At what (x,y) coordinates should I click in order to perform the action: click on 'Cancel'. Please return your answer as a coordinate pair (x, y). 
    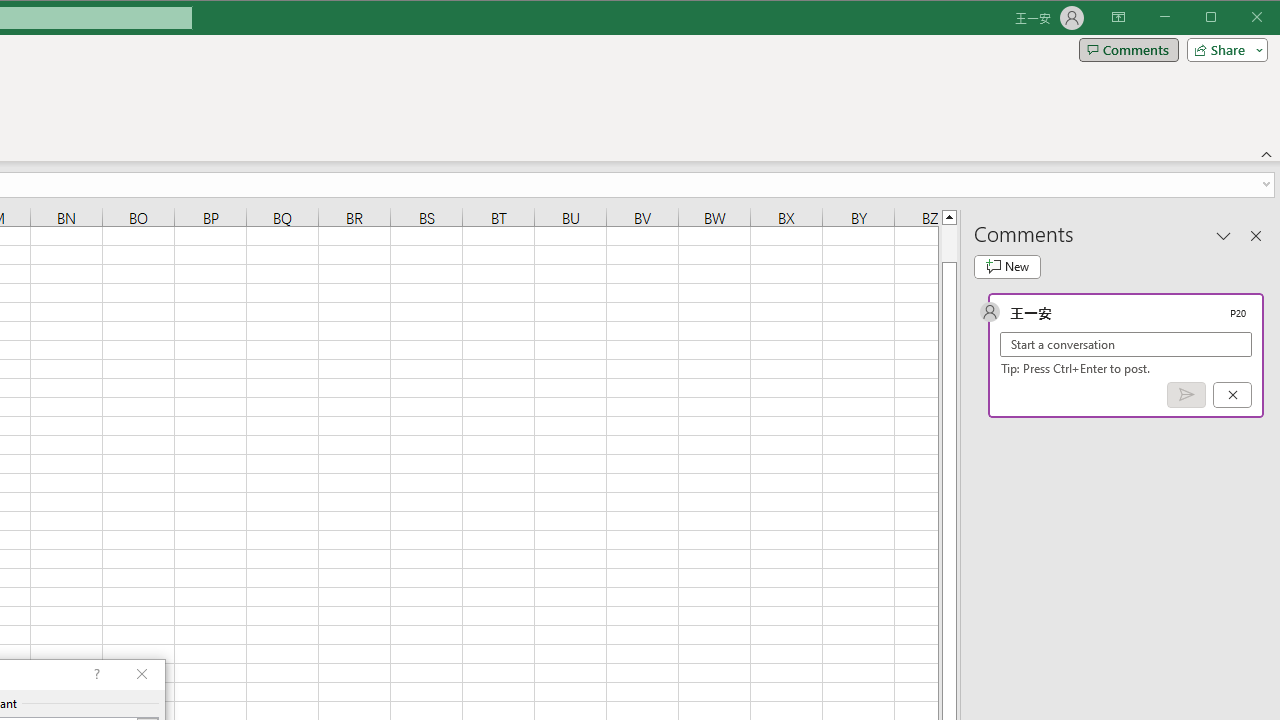
    Looking at the image, I should click on (1231, 395).